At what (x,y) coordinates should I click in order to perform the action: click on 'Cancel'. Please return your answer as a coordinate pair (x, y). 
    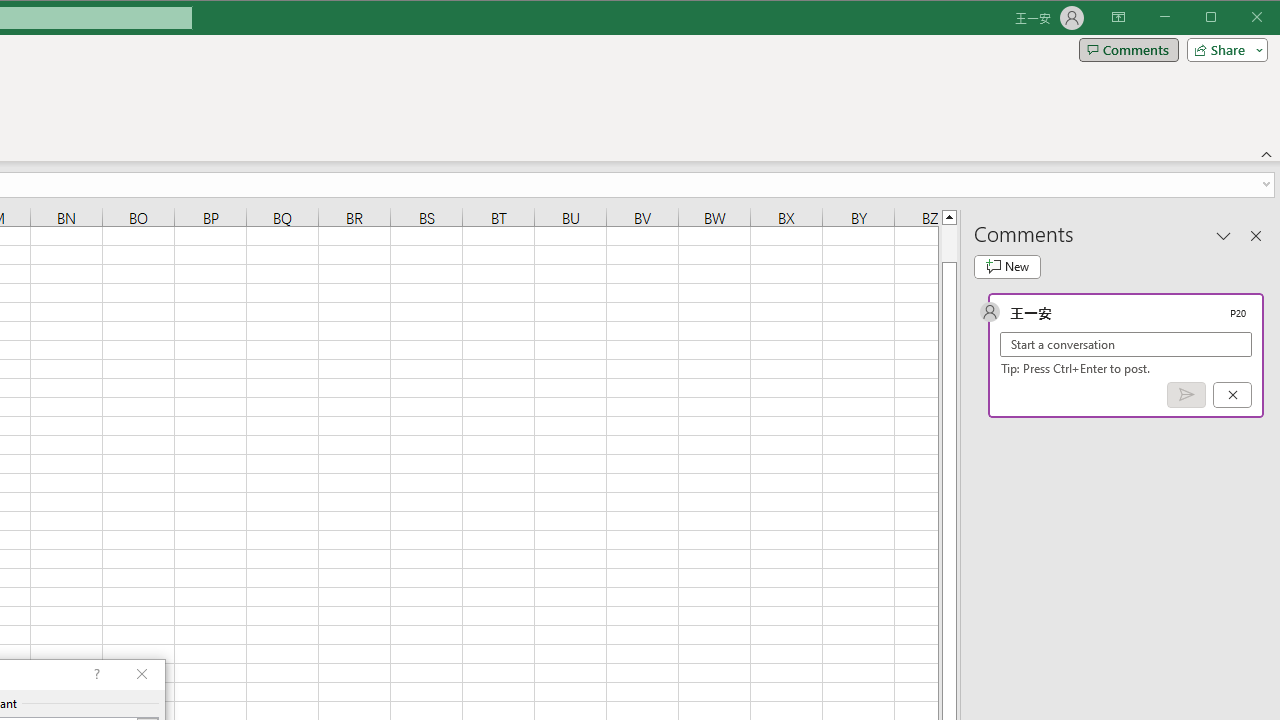
    Looking at the image, I should click on (1231, 395).